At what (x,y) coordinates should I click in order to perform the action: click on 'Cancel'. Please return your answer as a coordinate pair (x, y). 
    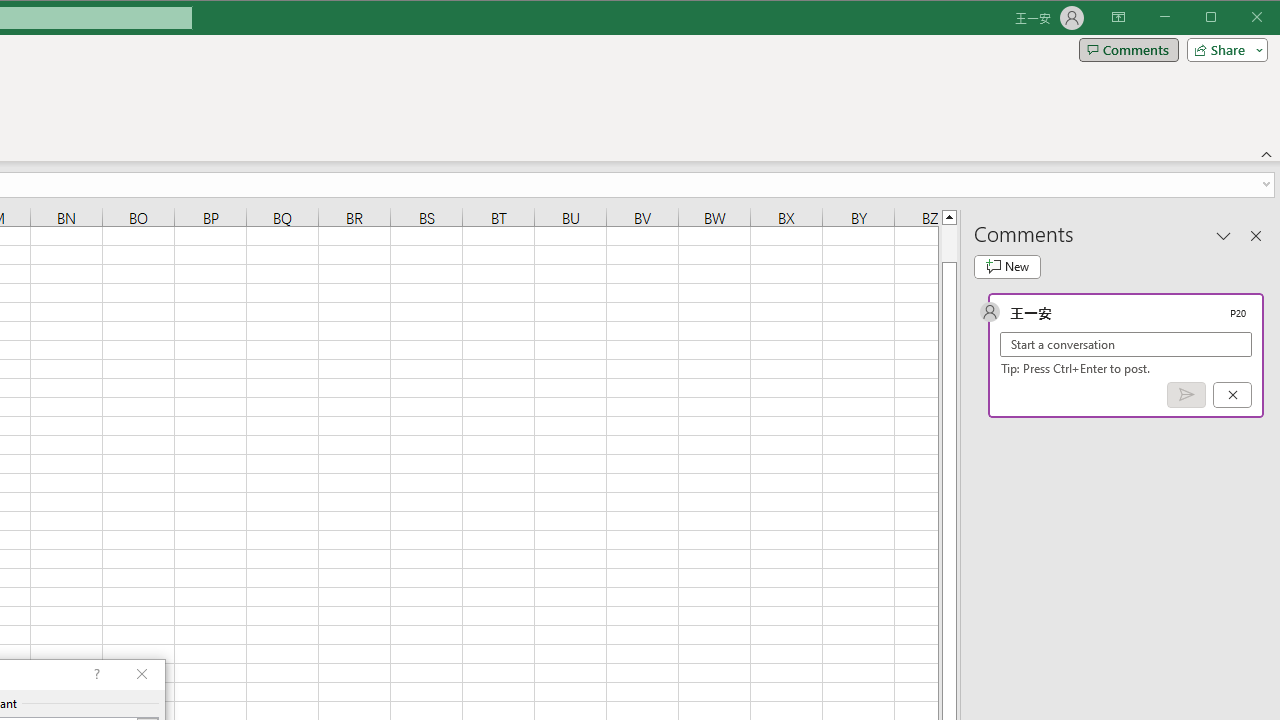
    Looking at the image, I should click on (1231, 395).